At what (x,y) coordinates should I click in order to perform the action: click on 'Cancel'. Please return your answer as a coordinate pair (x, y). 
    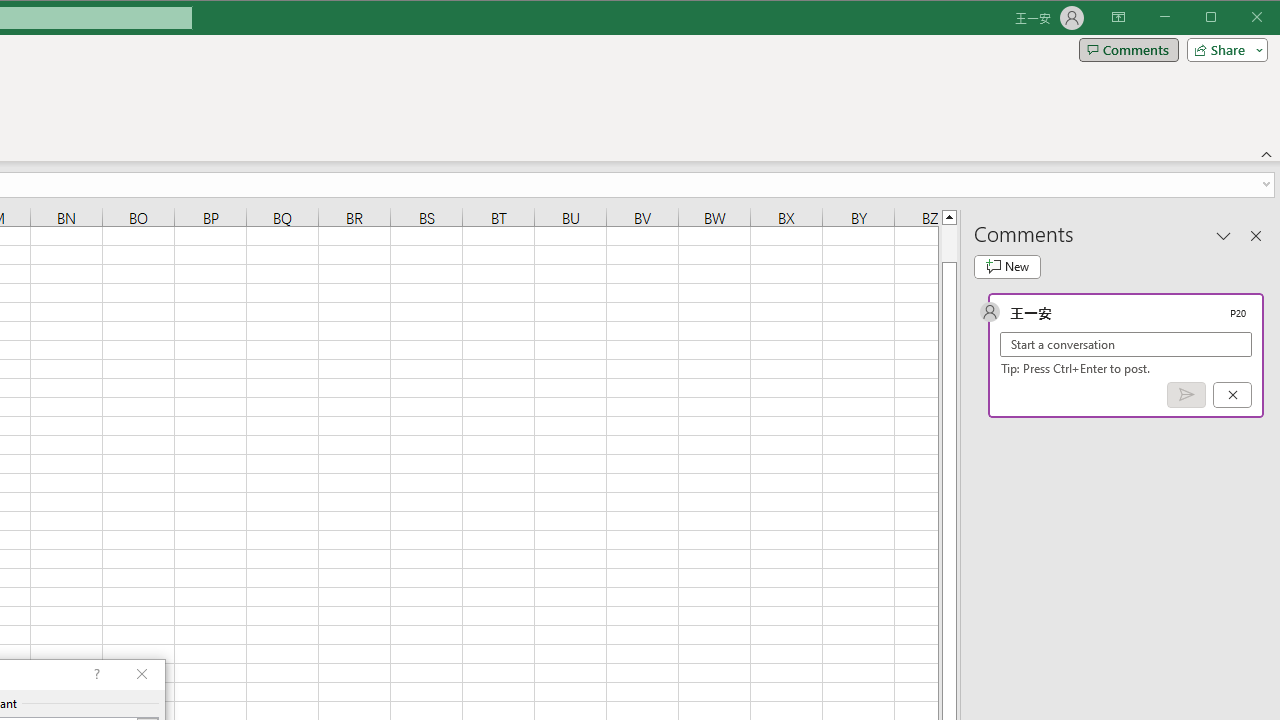
    Looking at the image, I should click on (1231, 395).